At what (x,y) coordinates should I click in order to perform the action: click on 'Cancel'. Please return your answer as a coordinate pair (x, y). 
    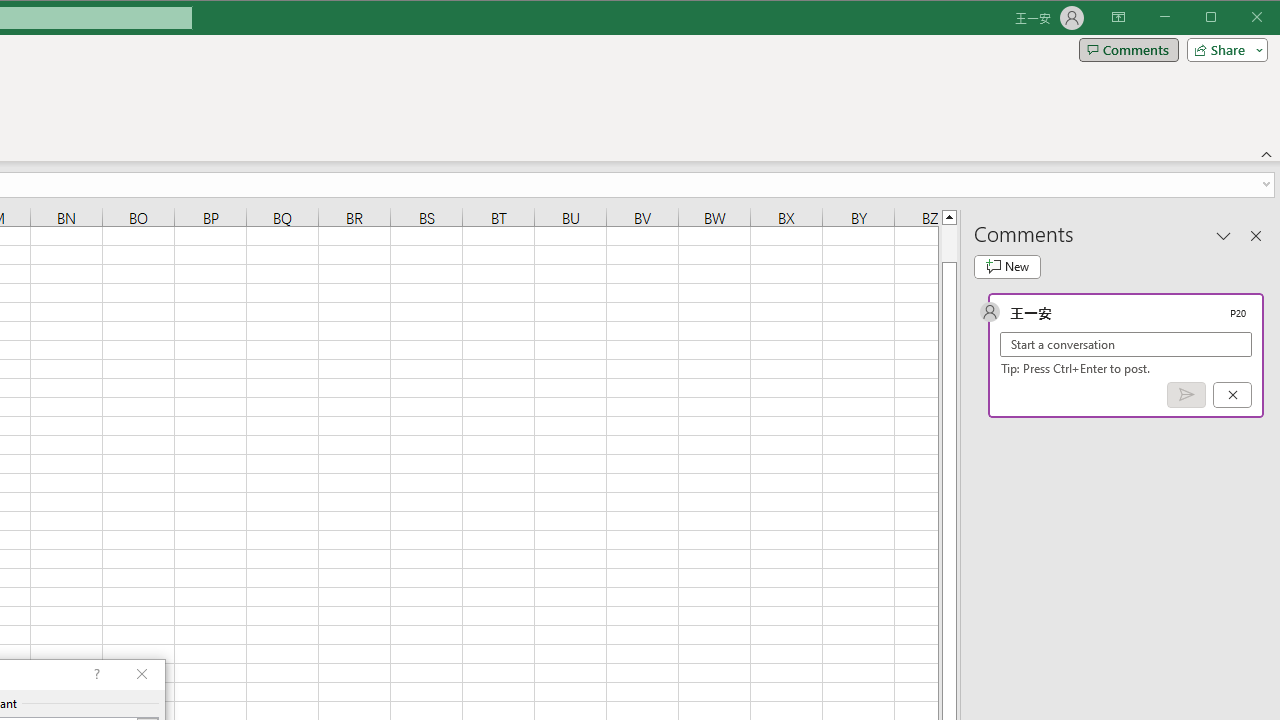
    Looking at the image, I should click on (1231, 395).